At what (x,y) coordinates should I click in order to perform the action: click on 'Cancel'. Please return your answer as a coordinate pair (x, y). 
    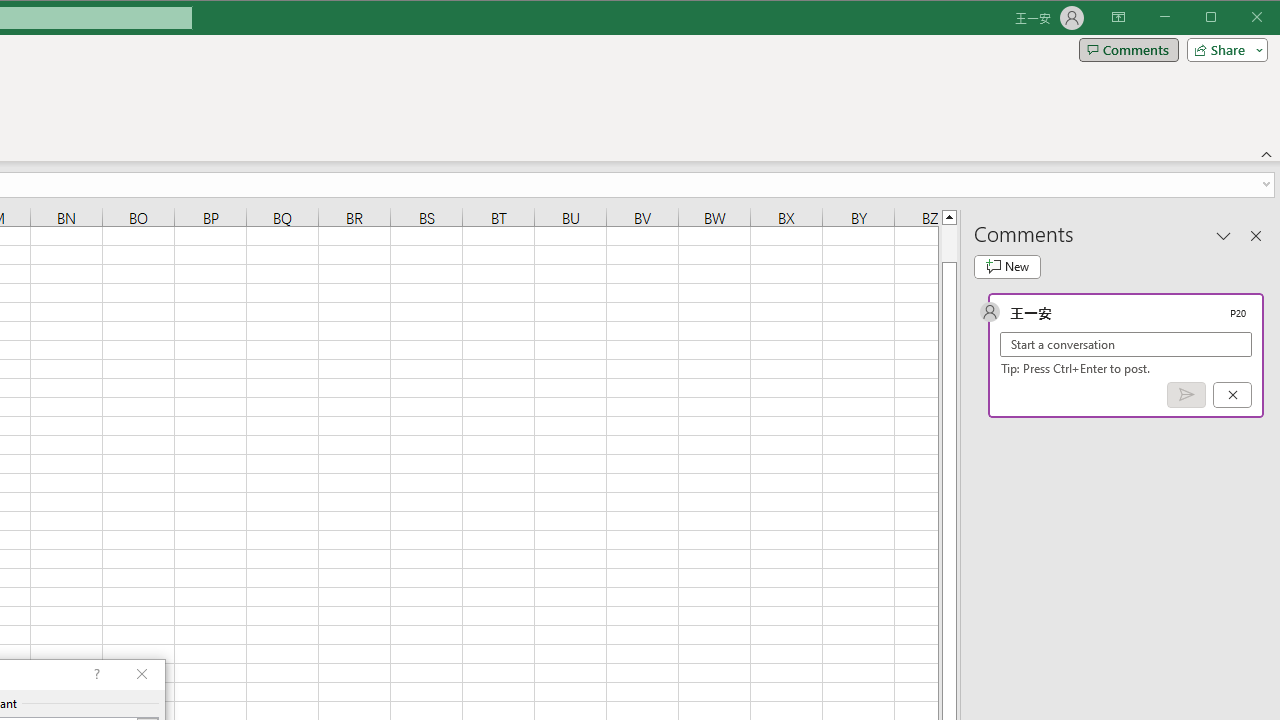
    Looking at the image, I should click on (1231, 395).